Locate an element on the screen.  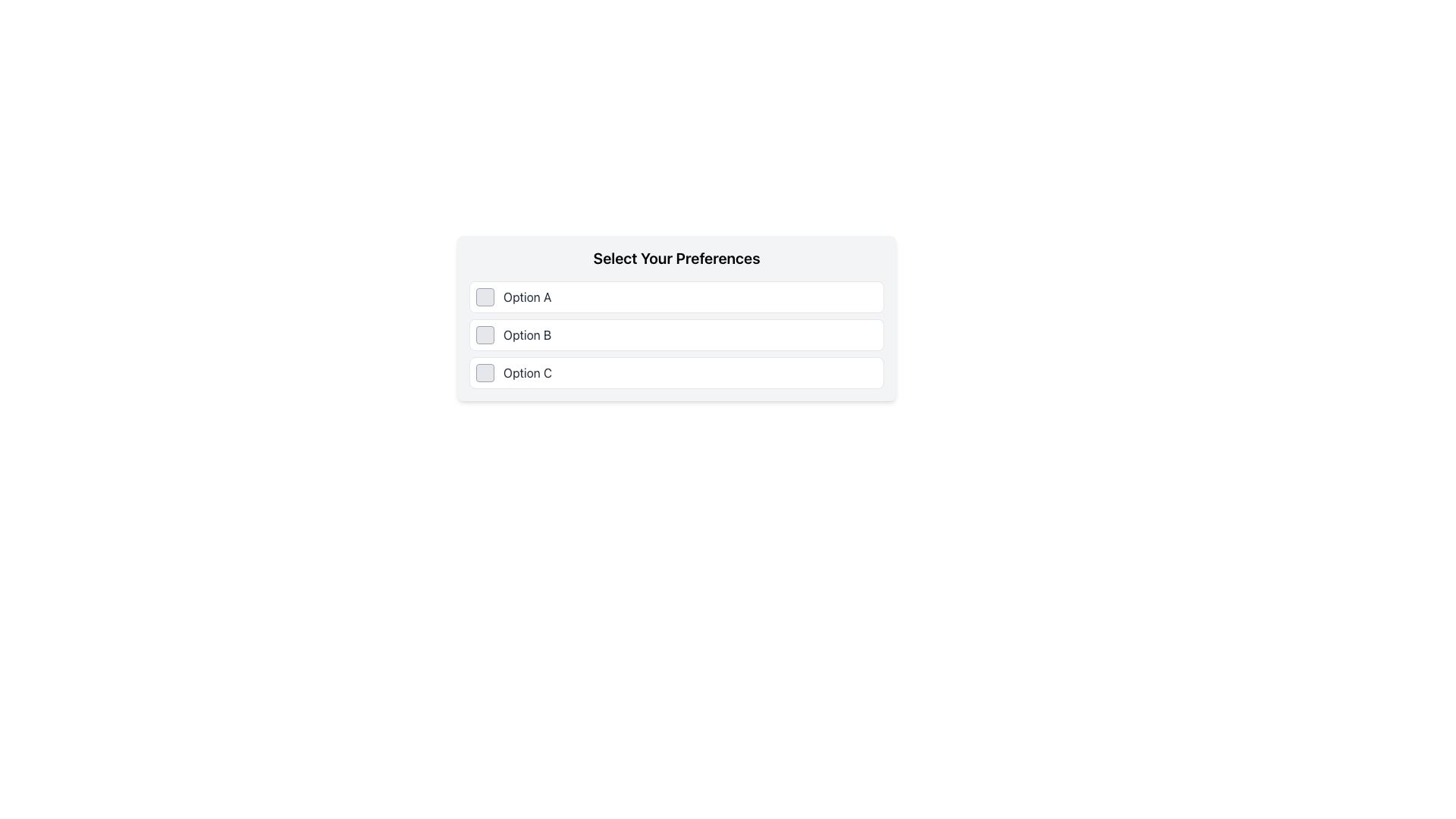
the text label that serves as the label for the first selectable option, which is positioned immediately is located at coordinates (527, 297).